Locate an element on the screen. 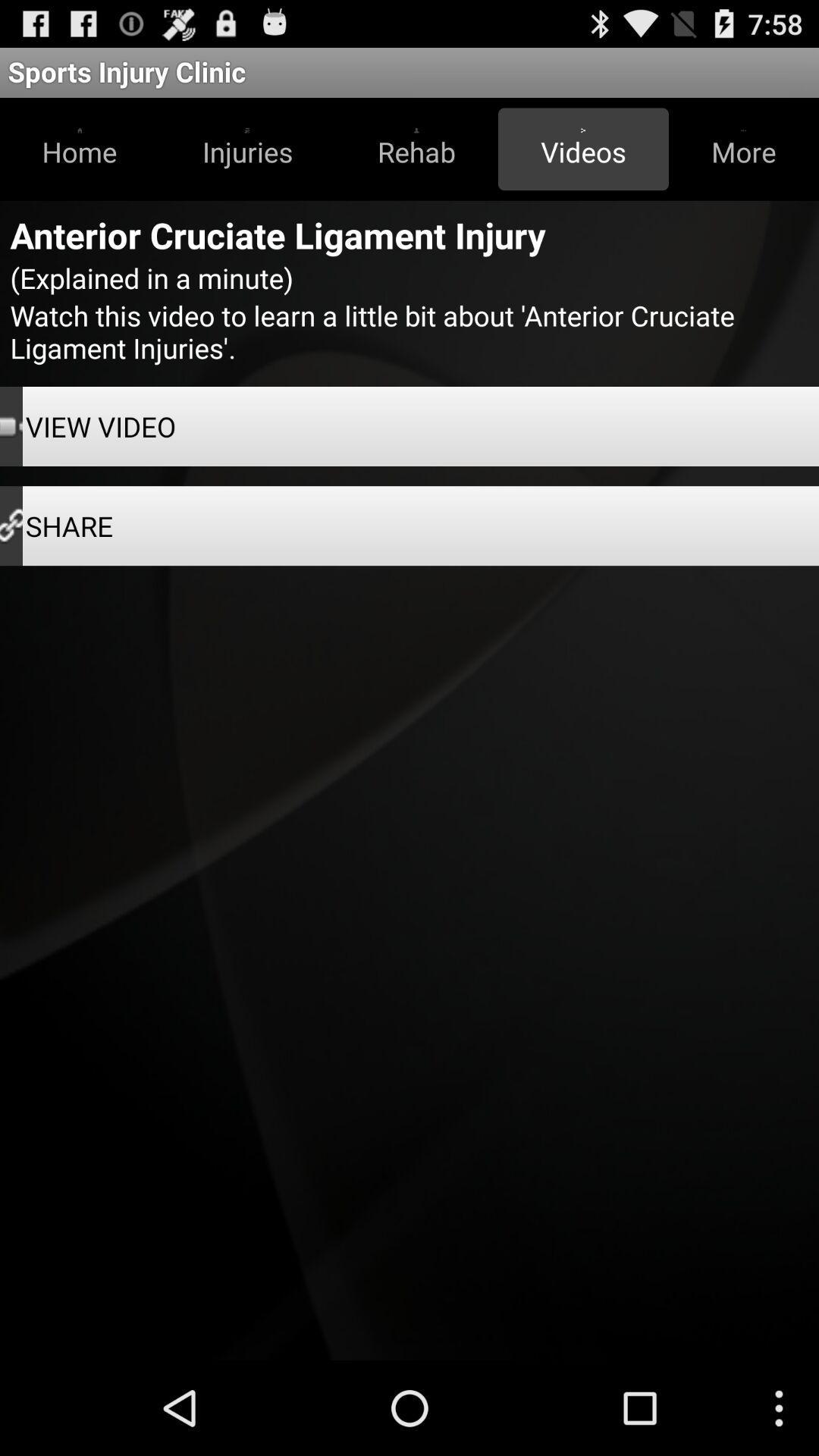 Image resolution: width=819 pixels, height=1456 pixels. button to the left of the injuries button is located at coordinates (80, 149).